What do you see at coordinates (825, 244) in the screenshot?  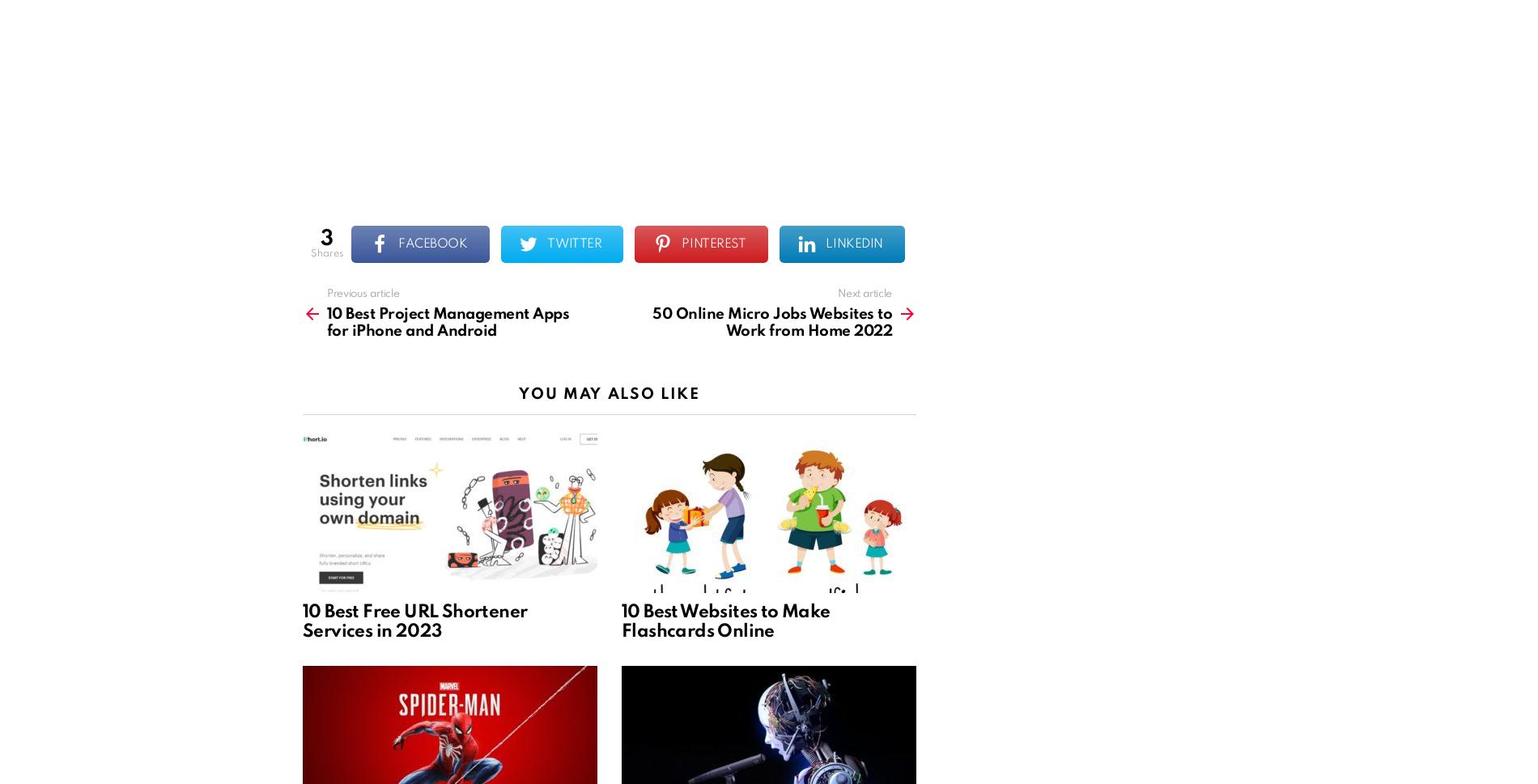 I see `'LinkedIn'` at bounding box center [825, 244].